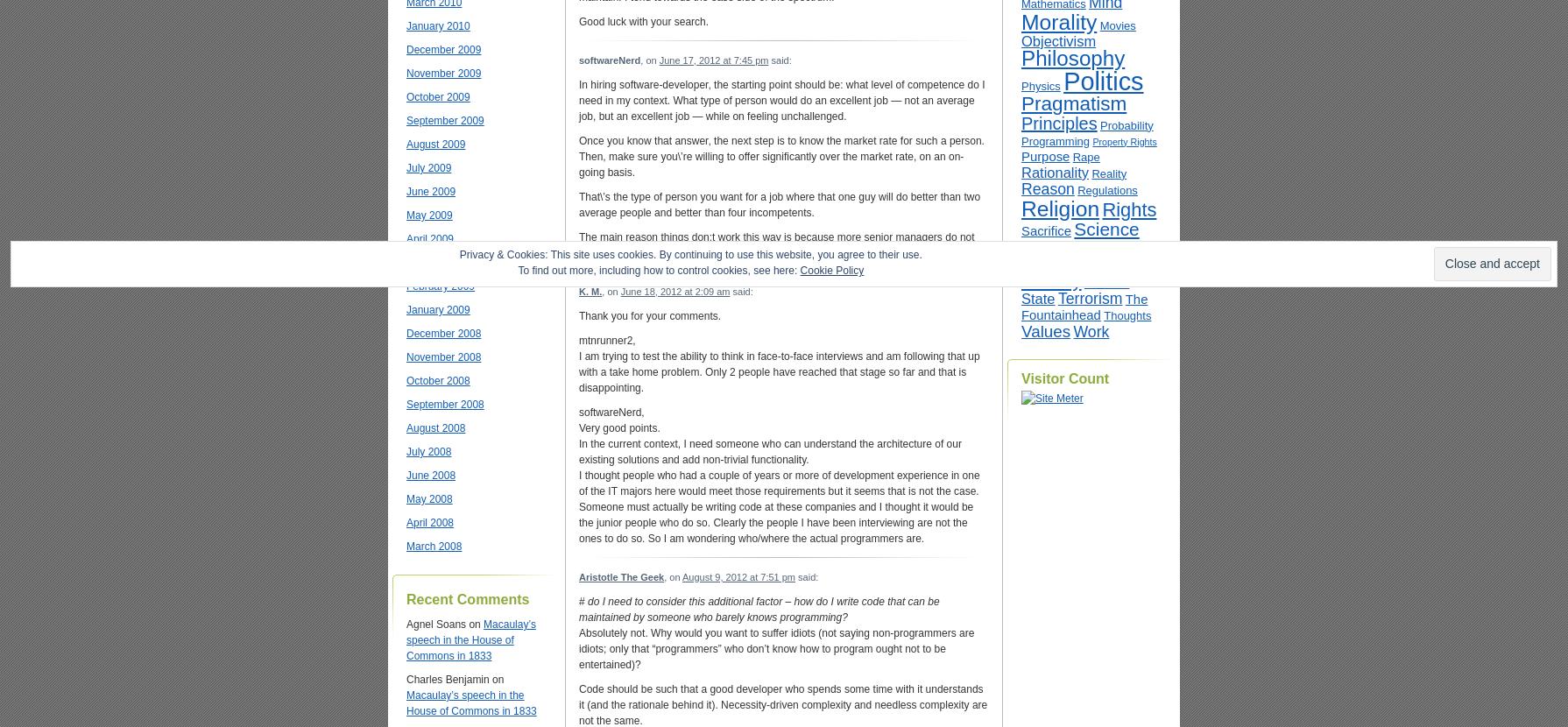 The image size is (1568, 727). Describe the element at coordinates (578, 58) in the screenshot. I see `'softwareNerd'` at that location.